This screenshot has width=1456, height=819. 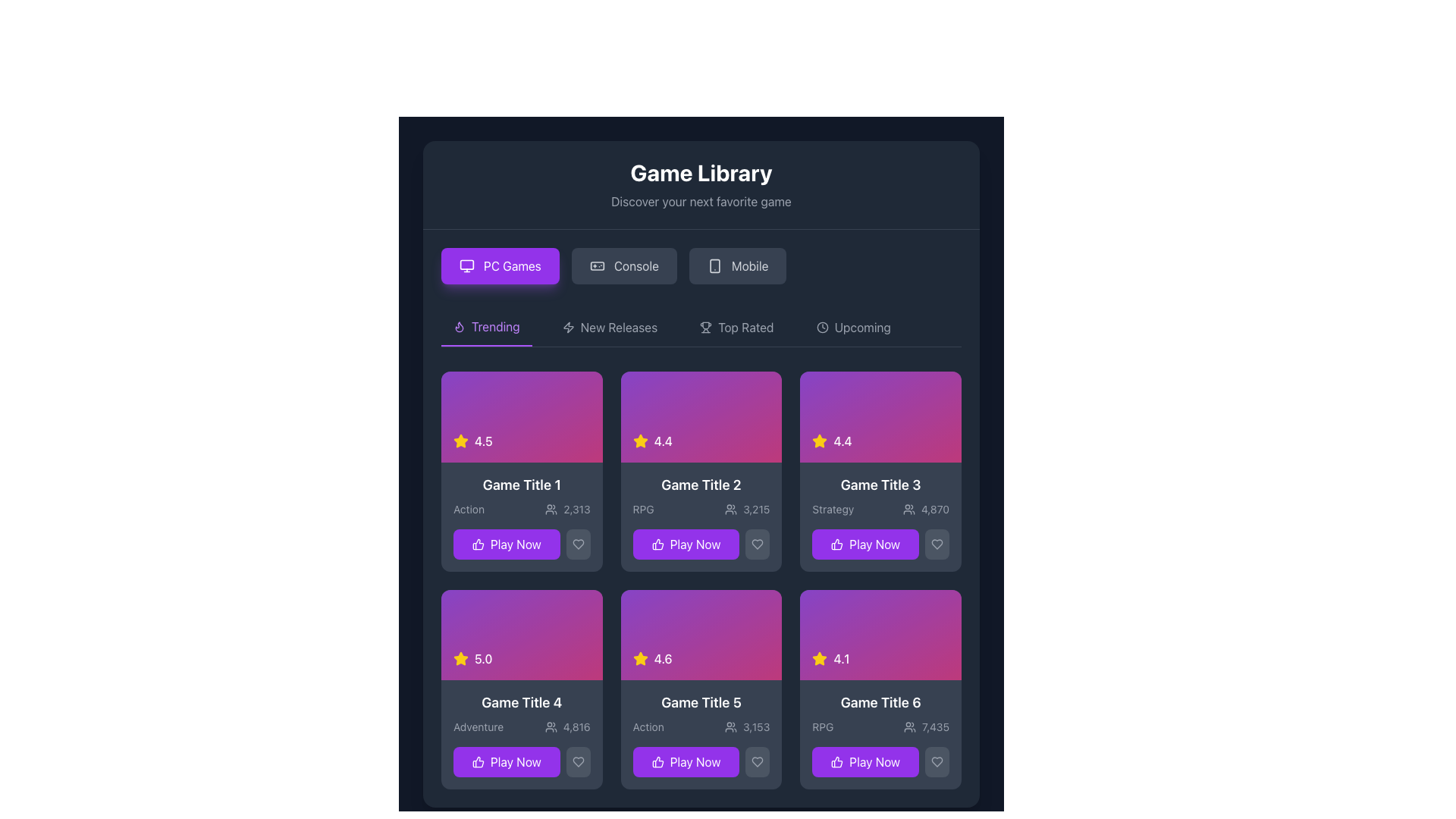 I want to click on the circular clock icon located beside the 'Upcoming' text in the navigation bar for informational purposes, so click(x=821, y=327).